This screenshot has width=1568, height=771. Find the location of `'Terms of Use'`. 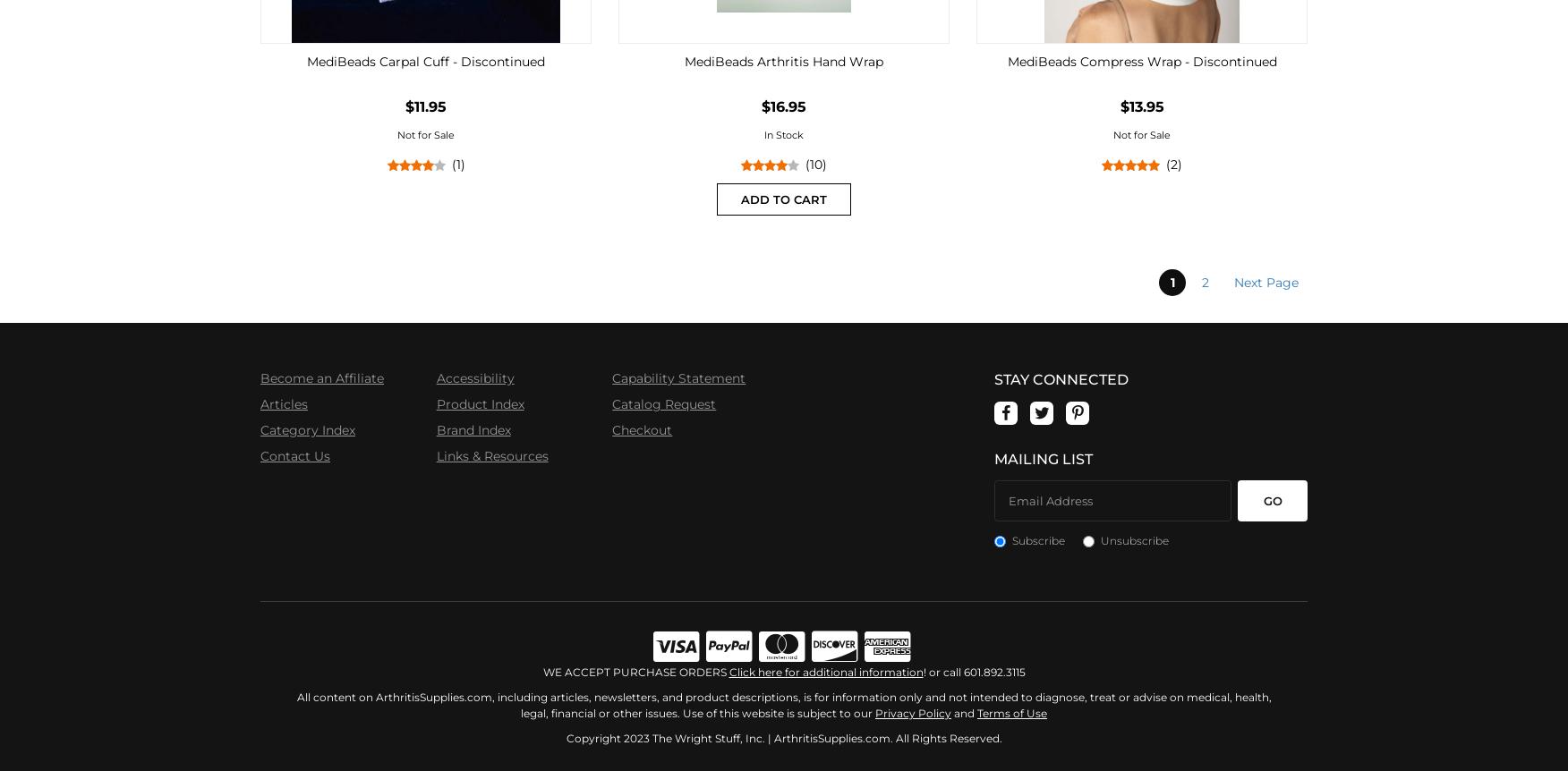

'Terms of Use' is located at coordinates (1010, 712).